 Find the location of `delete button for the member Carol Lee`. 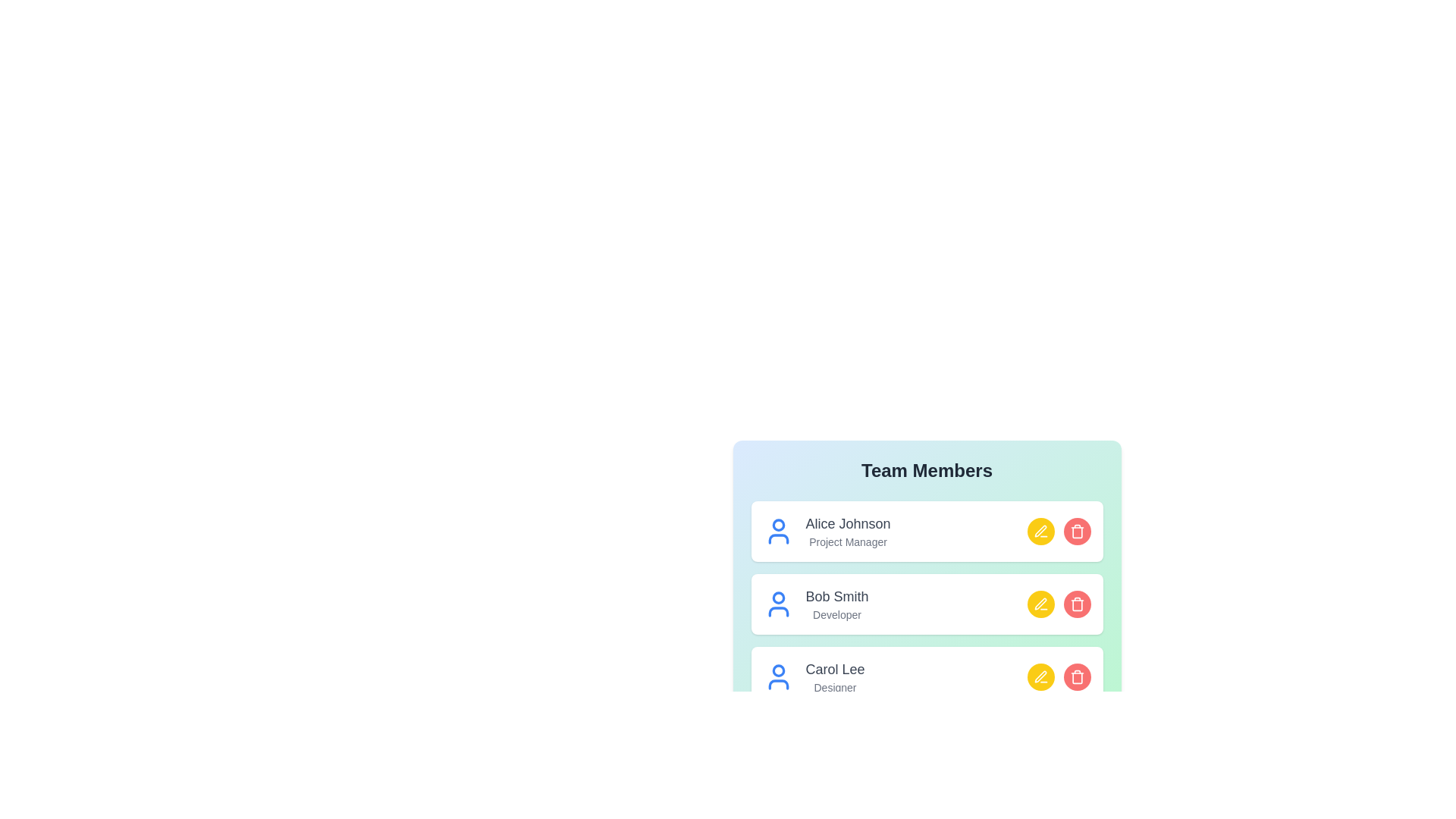

delete button for the member Carol Lee is located at coordinates (1076, 676).